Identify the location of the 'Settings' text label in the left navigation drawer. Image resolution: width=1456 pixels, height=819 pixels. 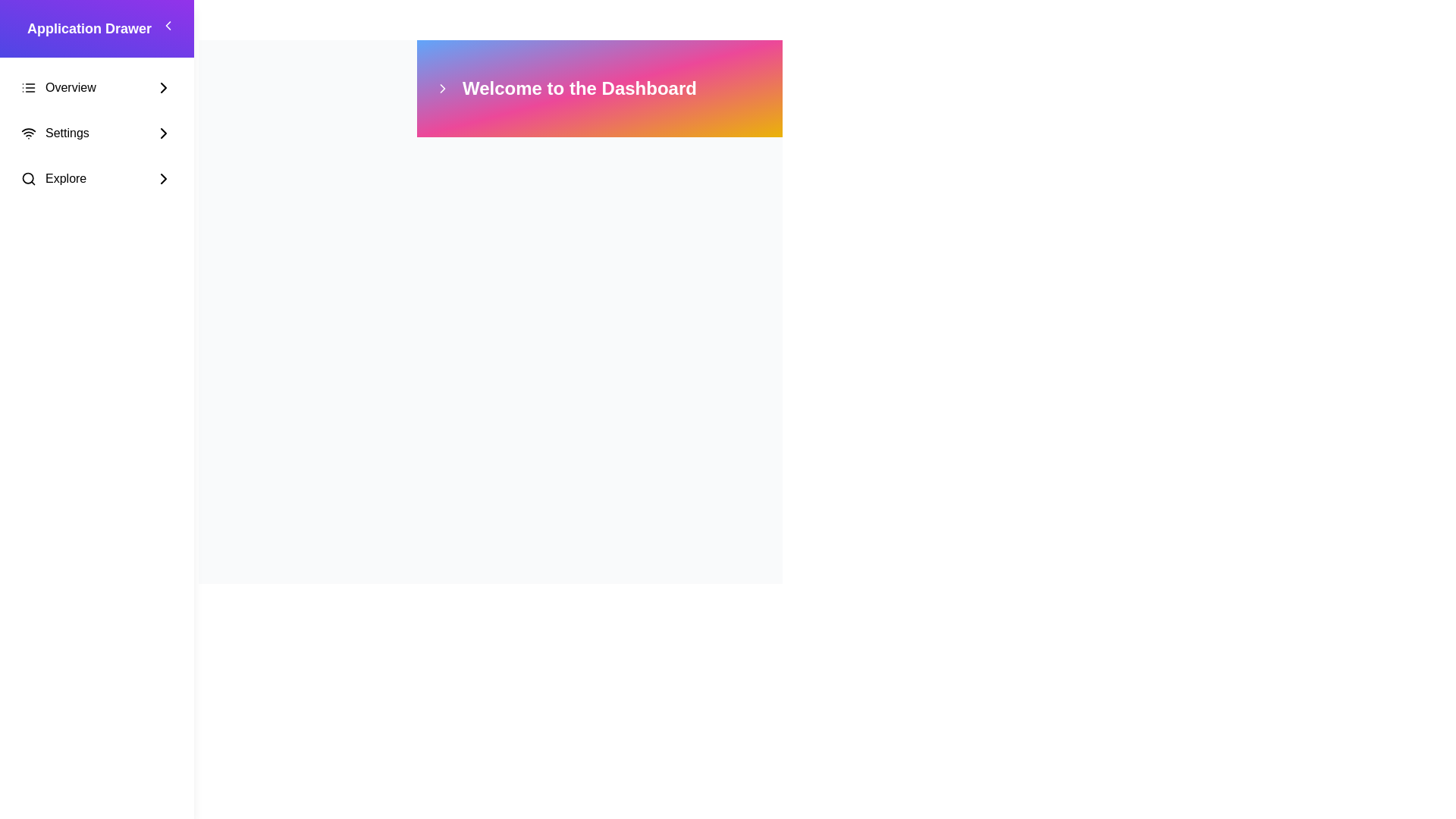
(66, 133).